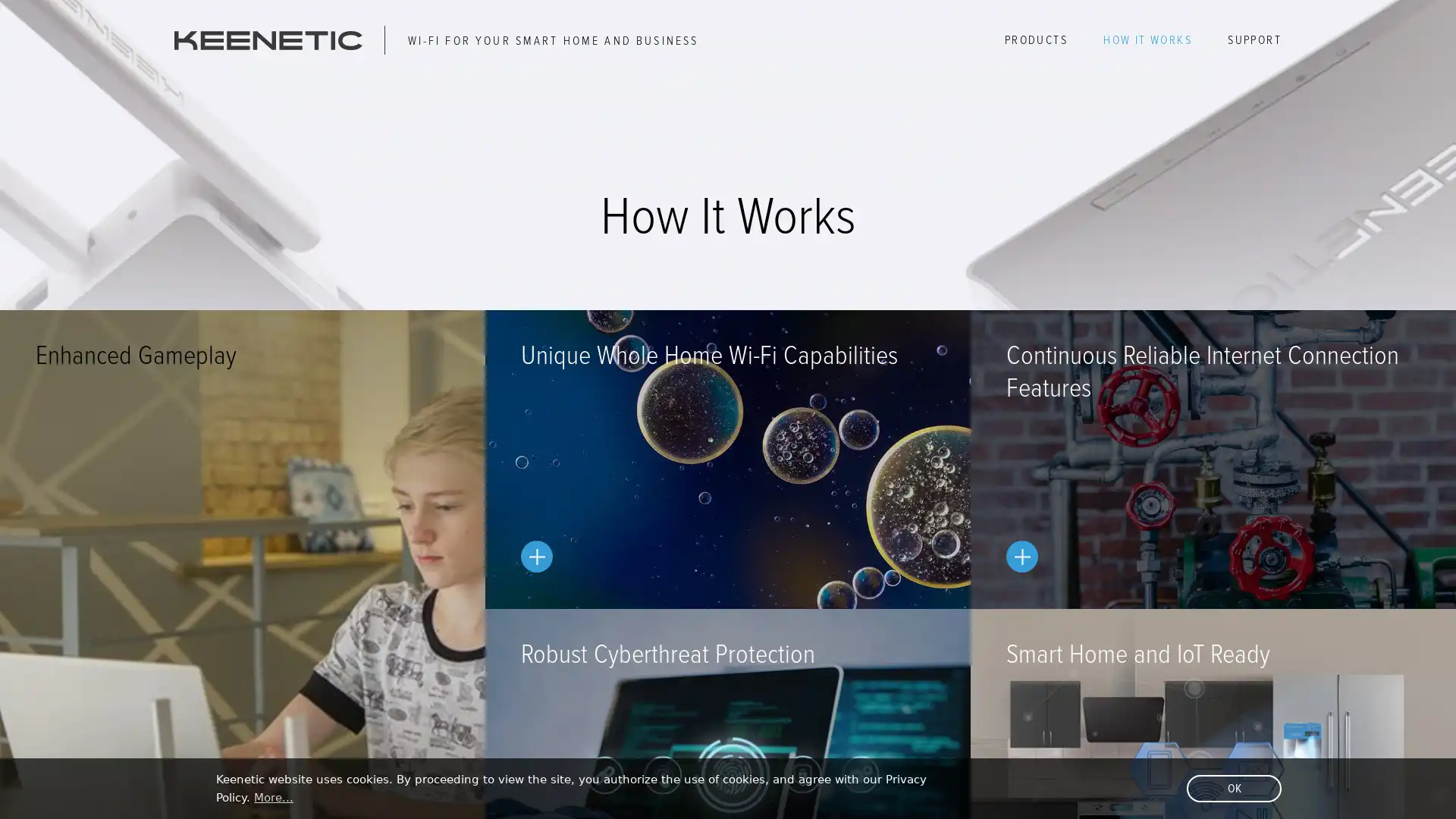 The image size is (1456, 819). I want to click on learn more about cookies, so click(273, 797).